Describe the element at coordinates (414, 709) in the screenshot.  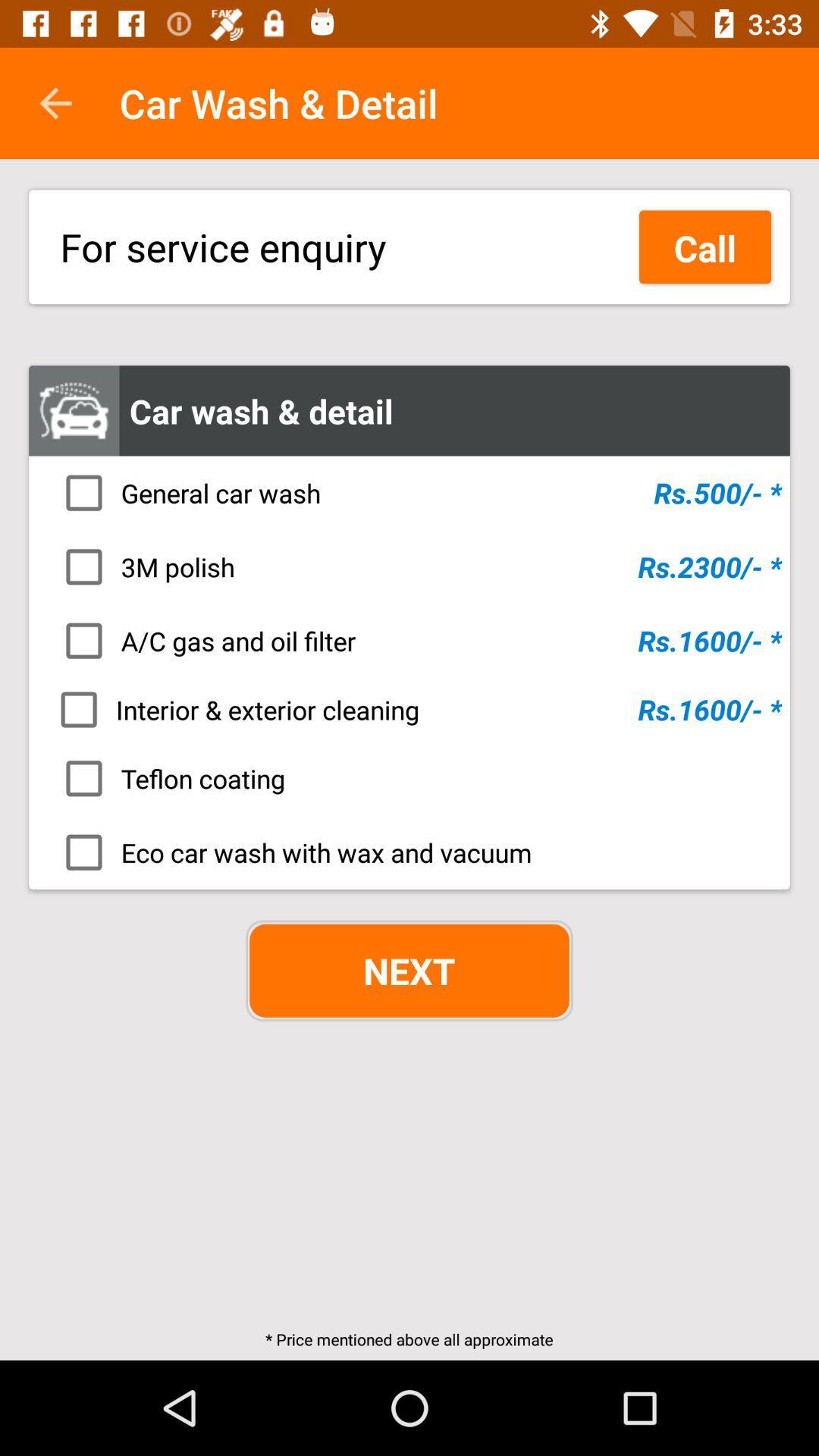
I see `the item above the teflon coating` at that location.